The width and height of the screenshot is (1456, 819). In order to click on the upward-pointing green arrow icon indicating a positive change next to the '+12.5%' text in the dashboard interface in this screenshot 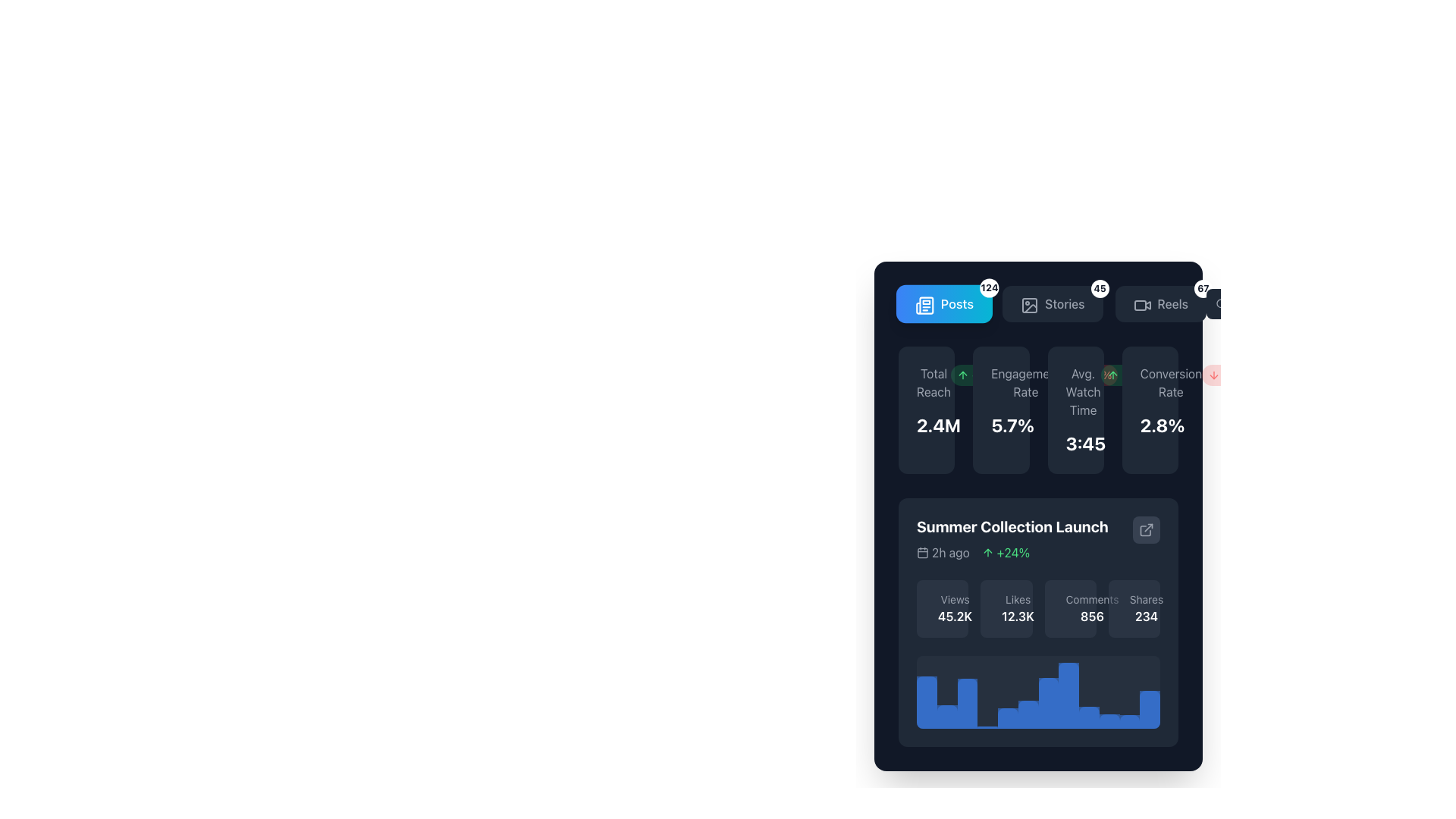, I will do `click(962, 375)`.